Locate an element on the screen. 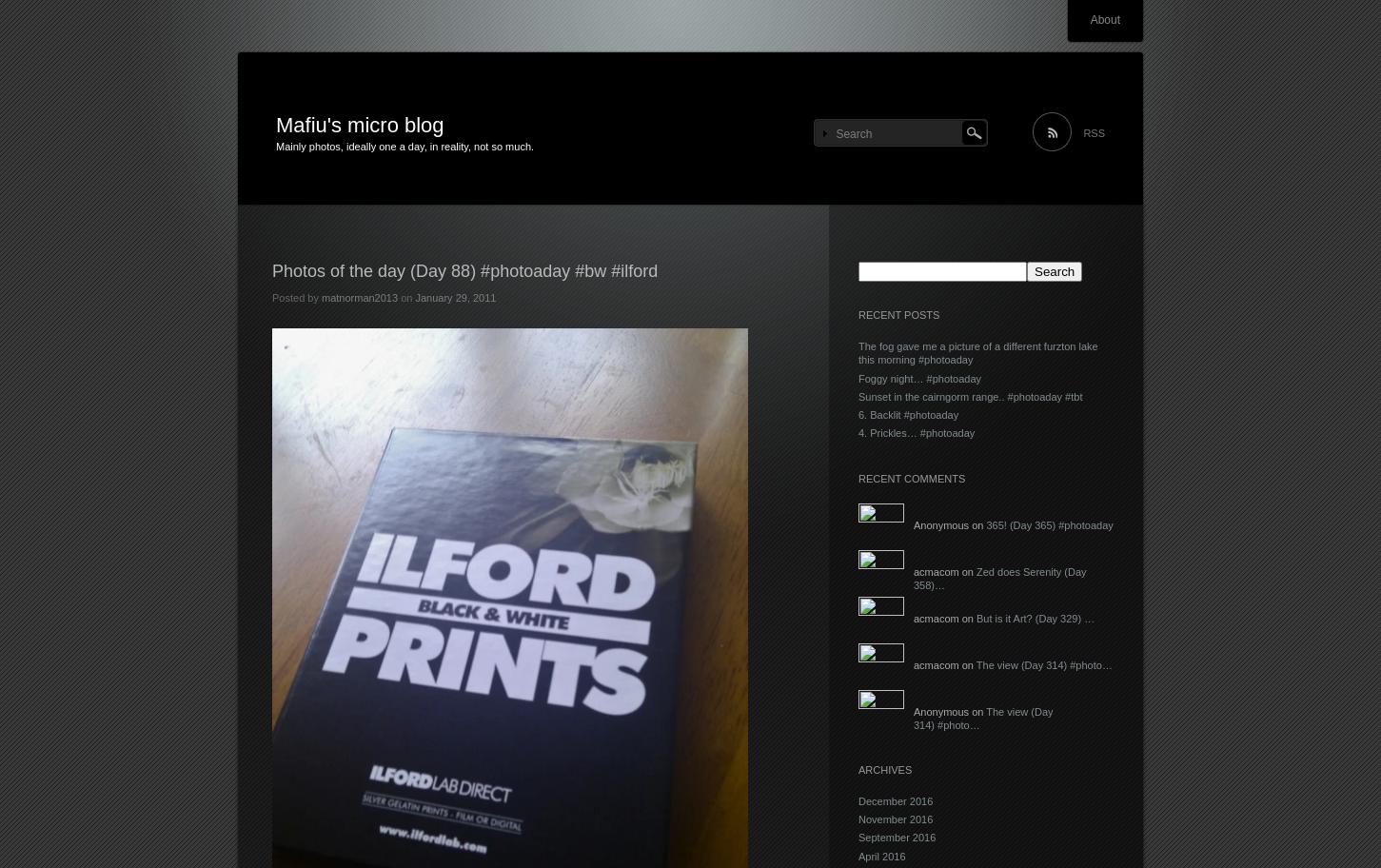 Image resolution: width=1381 pixels, height=868 pixels. 'Zed does Serenity (Day 358)…' is located at coordinates (913, 577).